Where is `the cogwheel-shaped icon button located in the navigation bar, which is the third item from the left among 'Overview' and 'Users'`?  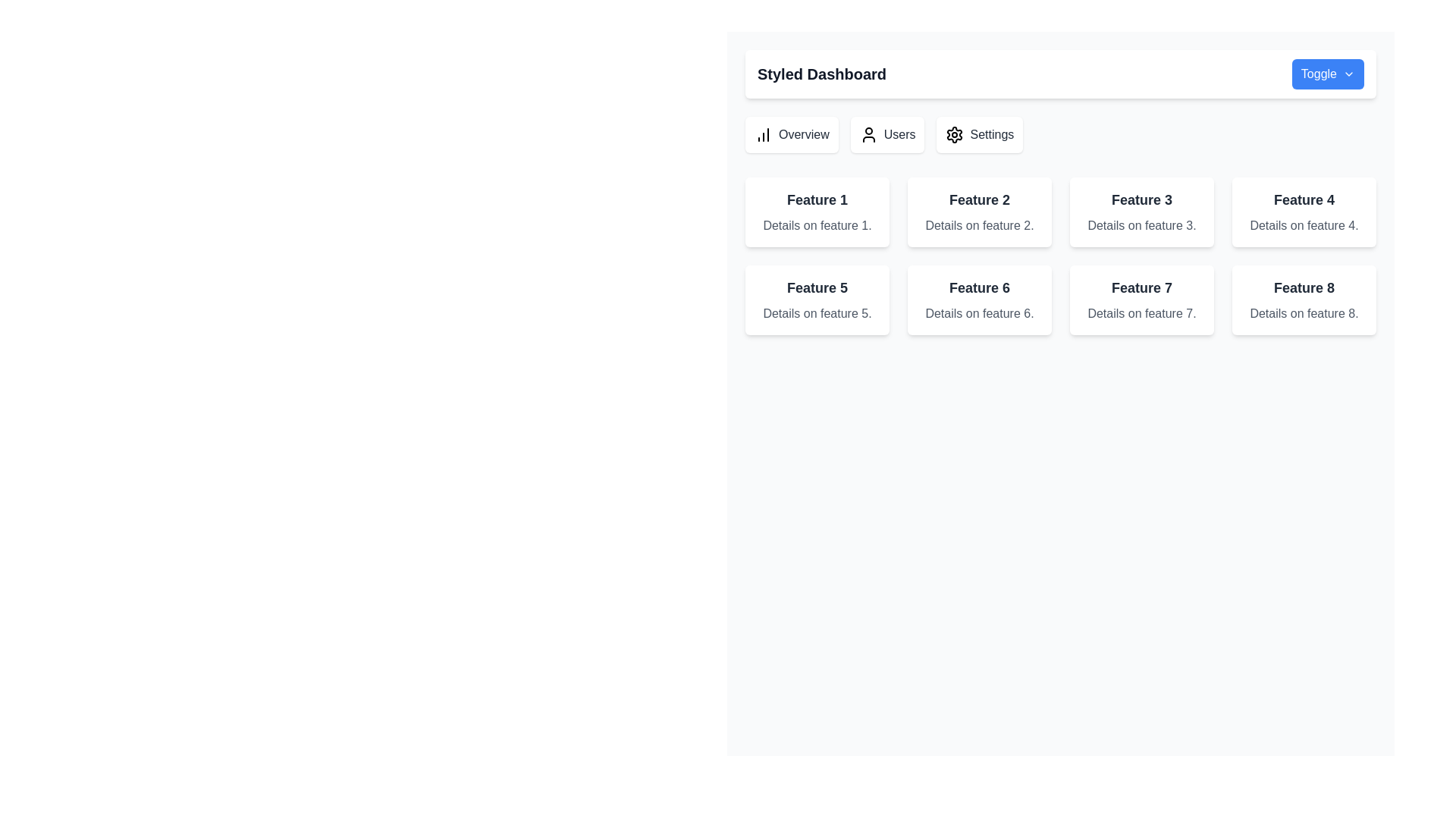 the cogwheel-shaped icon button located in the navigation bar, which is the third item from the left among 'Overview' and 'Users' is located at coordinates (954, 133).